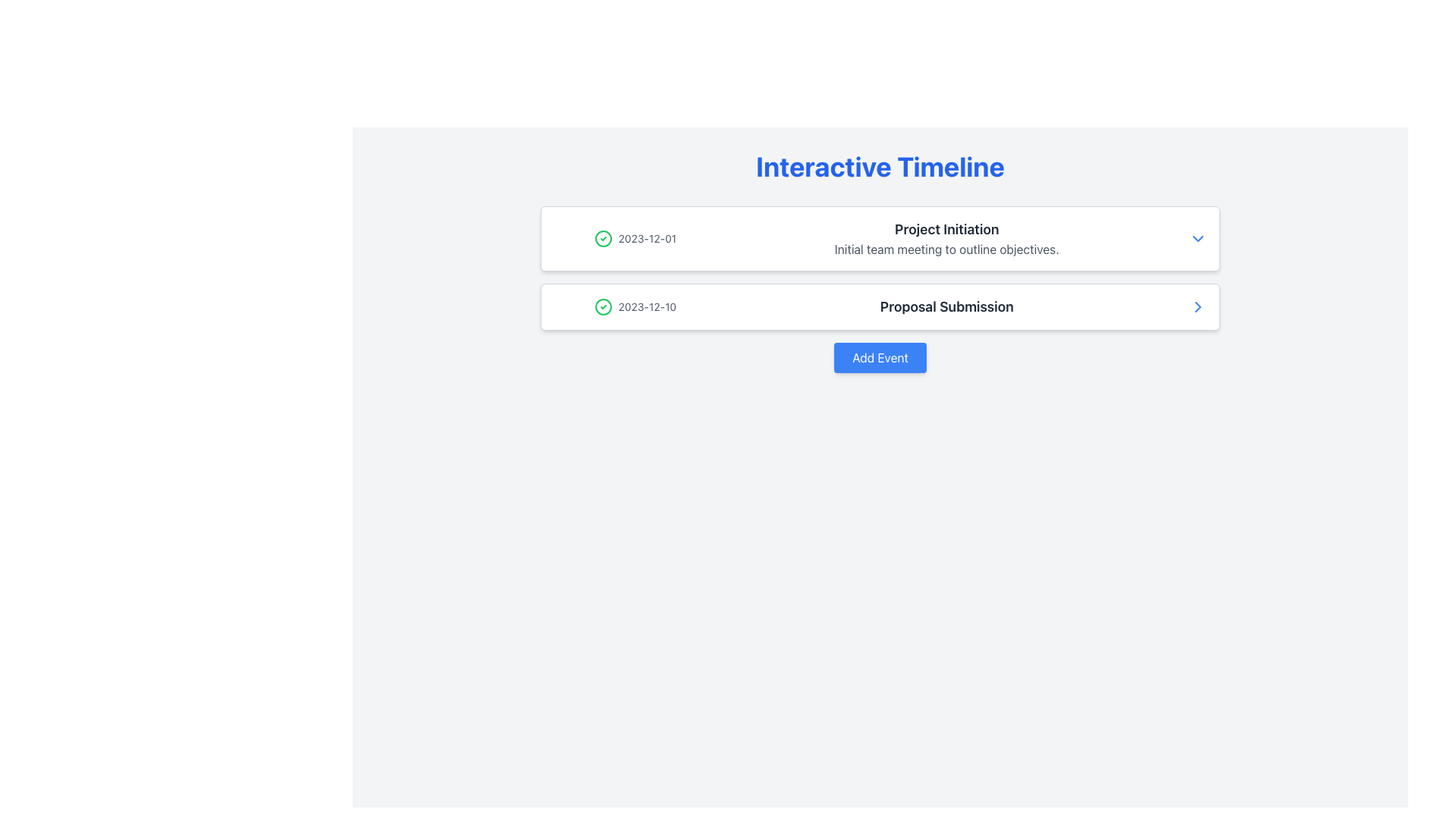  What do you see at coordinates (946, 230) in the screenshot?
I see `the 'Project Initiation' text label, which is styled in bold and larger font` at bounding box center [946, 230].